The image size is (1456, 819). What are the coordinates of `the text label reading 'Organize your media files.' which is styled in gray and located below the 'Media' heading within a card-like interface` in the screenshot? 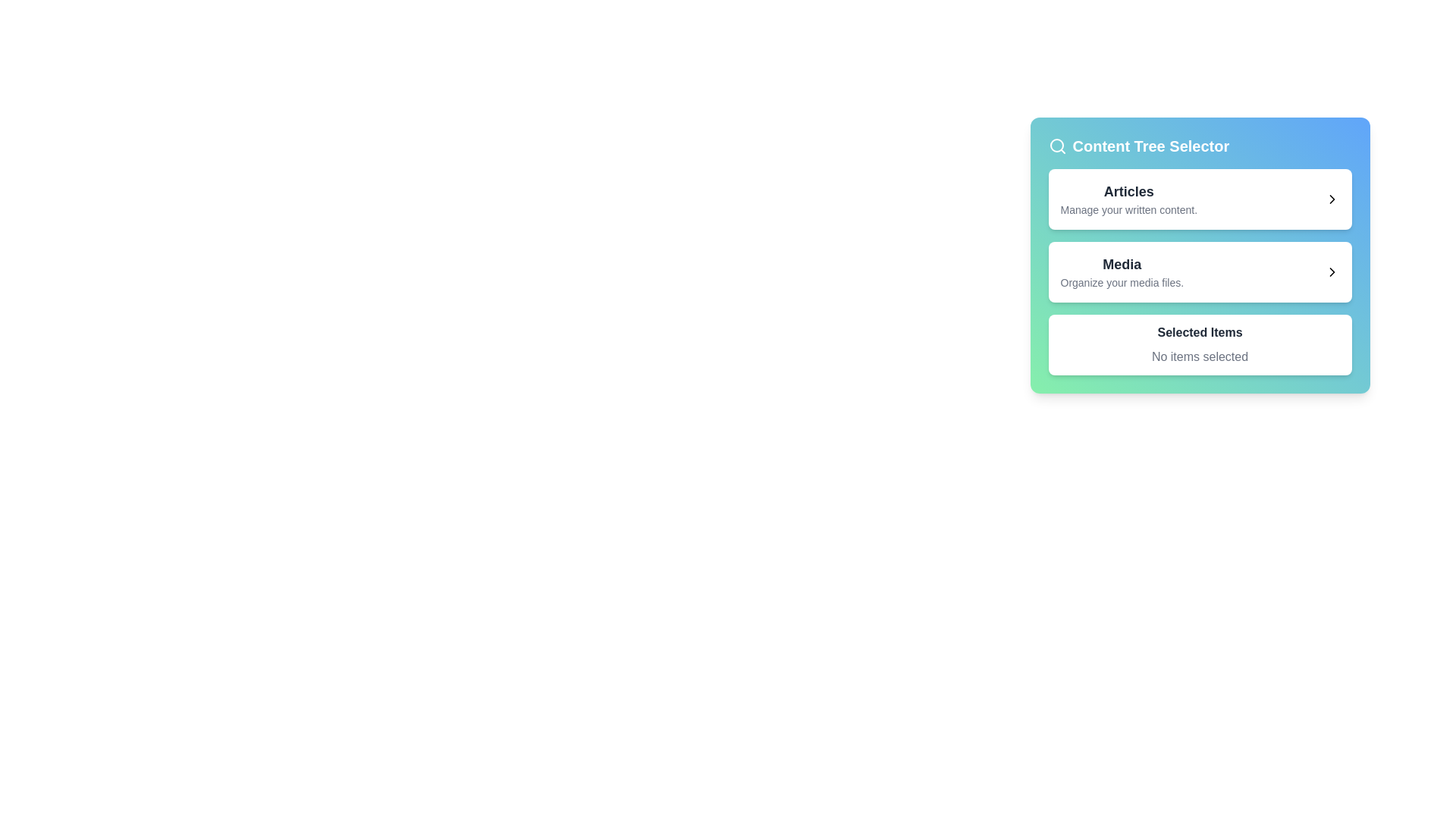 It's located at (1122, 283).